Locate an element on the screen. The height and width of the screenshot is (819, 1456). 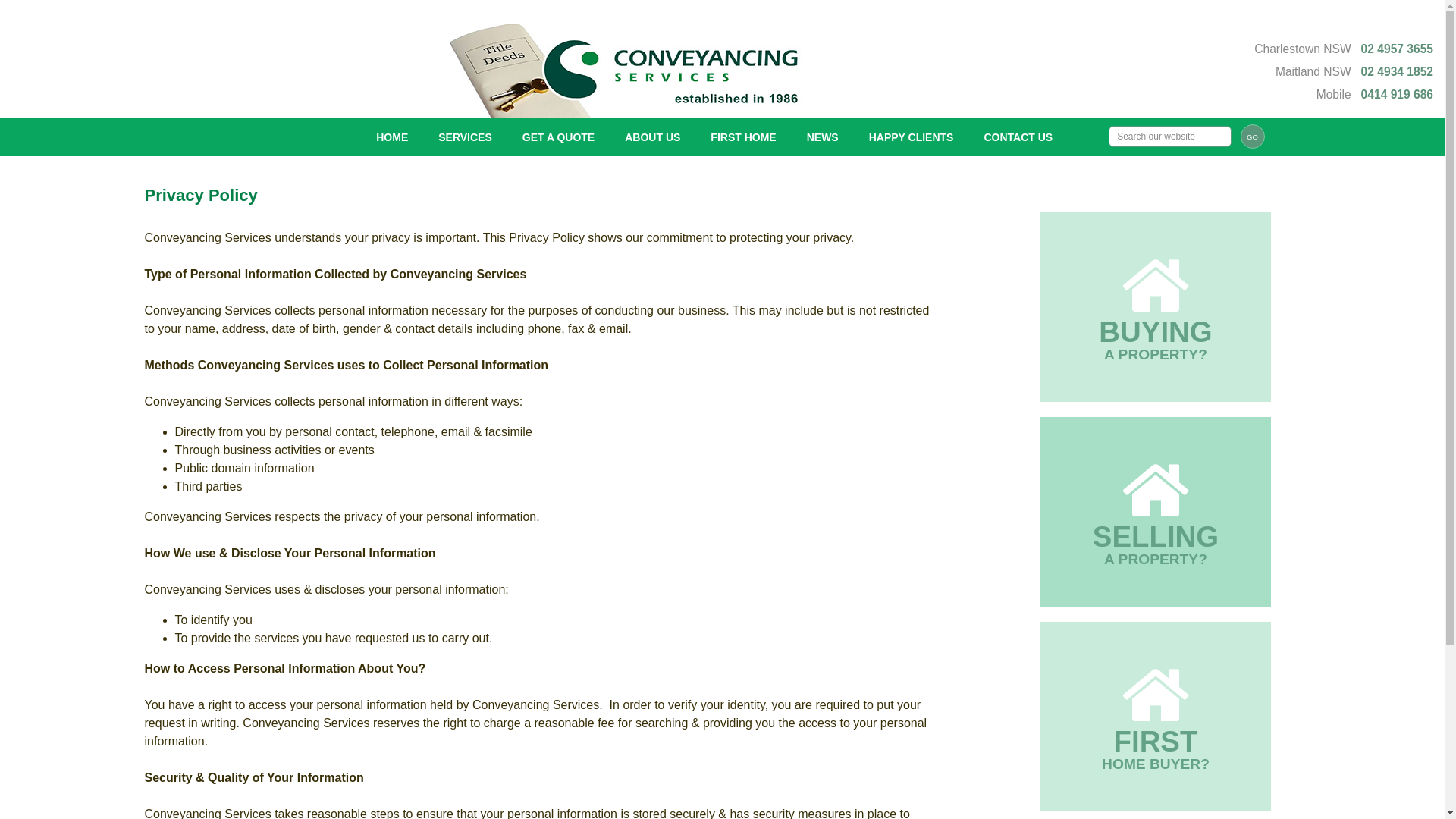
'Maitland NSW   02 4934 1852' is located at coordinates (1354, 71).